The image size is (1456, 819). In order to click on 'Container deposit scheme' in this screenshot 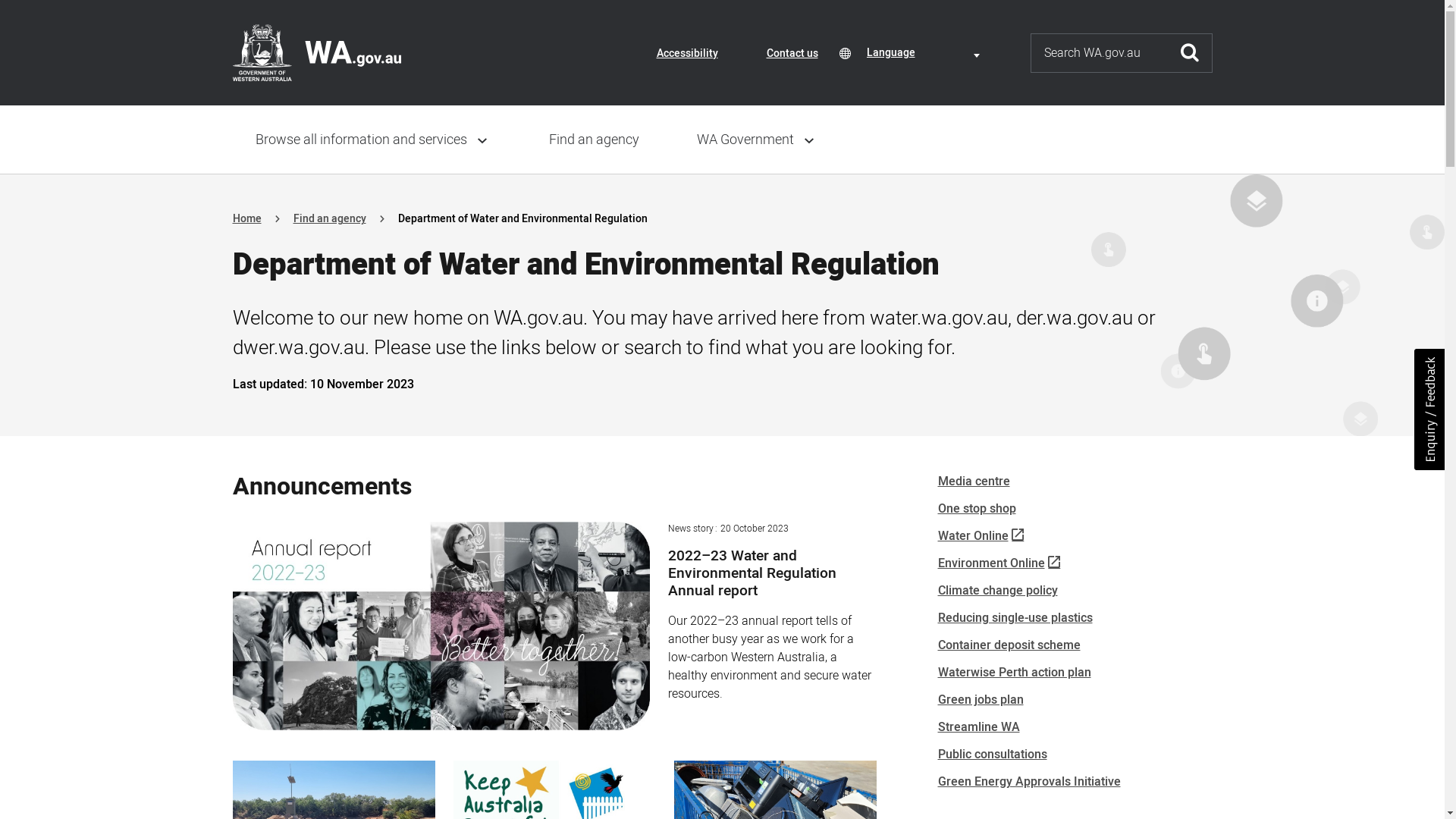, I will do `click(937, 645)`.